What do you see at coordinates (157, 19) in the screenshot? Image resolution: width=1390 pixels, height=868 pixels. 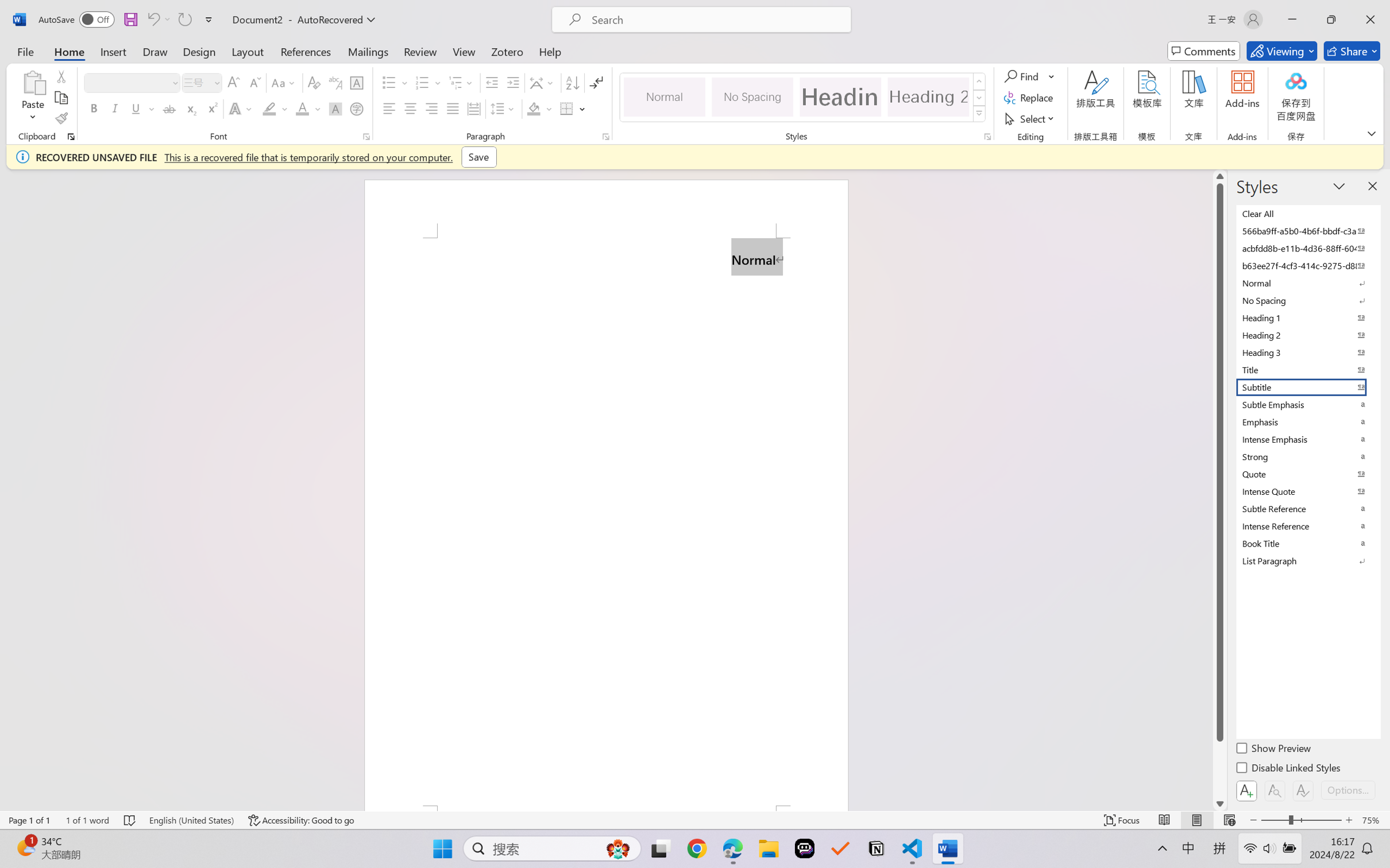 I see `'Can'` at bounding box center [157, 19].